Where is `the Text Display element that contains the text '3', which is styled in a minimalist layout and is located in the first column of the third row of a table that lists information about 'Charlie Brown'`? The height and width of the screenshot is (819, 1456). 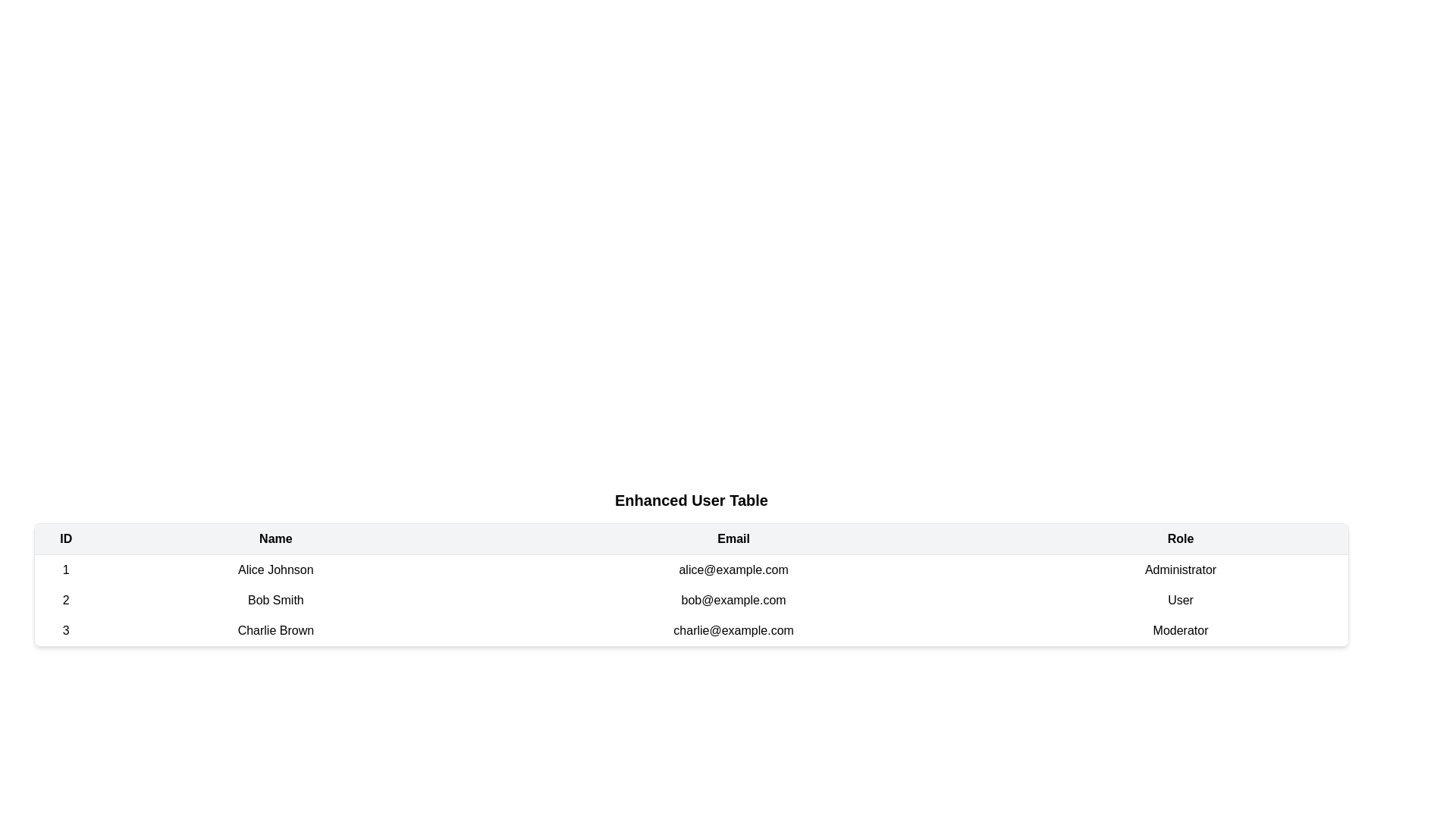 the Text Display element that contains the text '3', which is styled in a minimalist layout and is located in the first column of the third row of a table that lists information about 'Charlie Brown' is located at coordinates (65, 631).